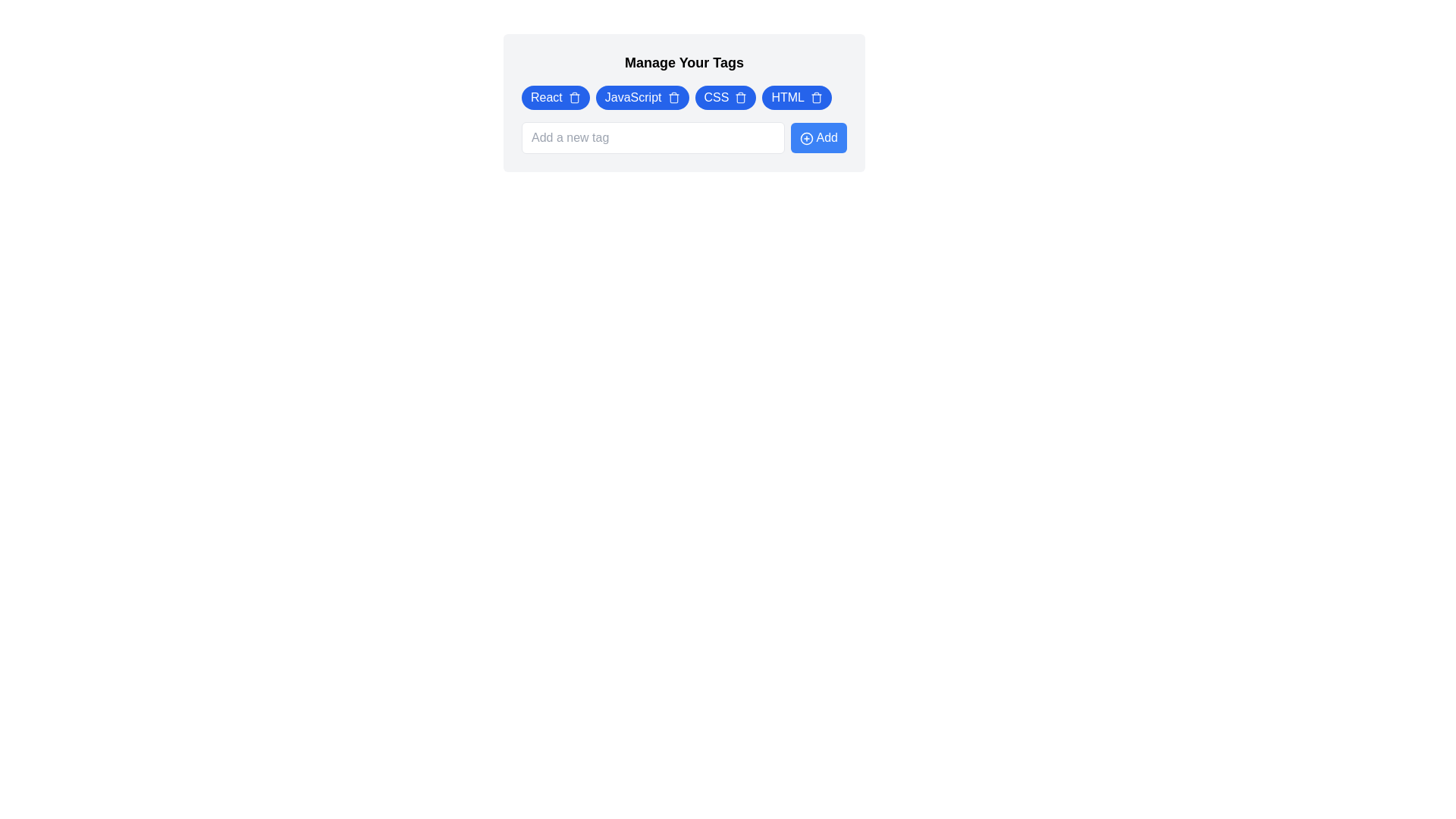 The image size is (1456, 819). I want to click on the trash bin icon, which represents deletion functionality, located near the upper-right corner of the component adjacent to the 'JavaScript' tag, so click(673, 99).